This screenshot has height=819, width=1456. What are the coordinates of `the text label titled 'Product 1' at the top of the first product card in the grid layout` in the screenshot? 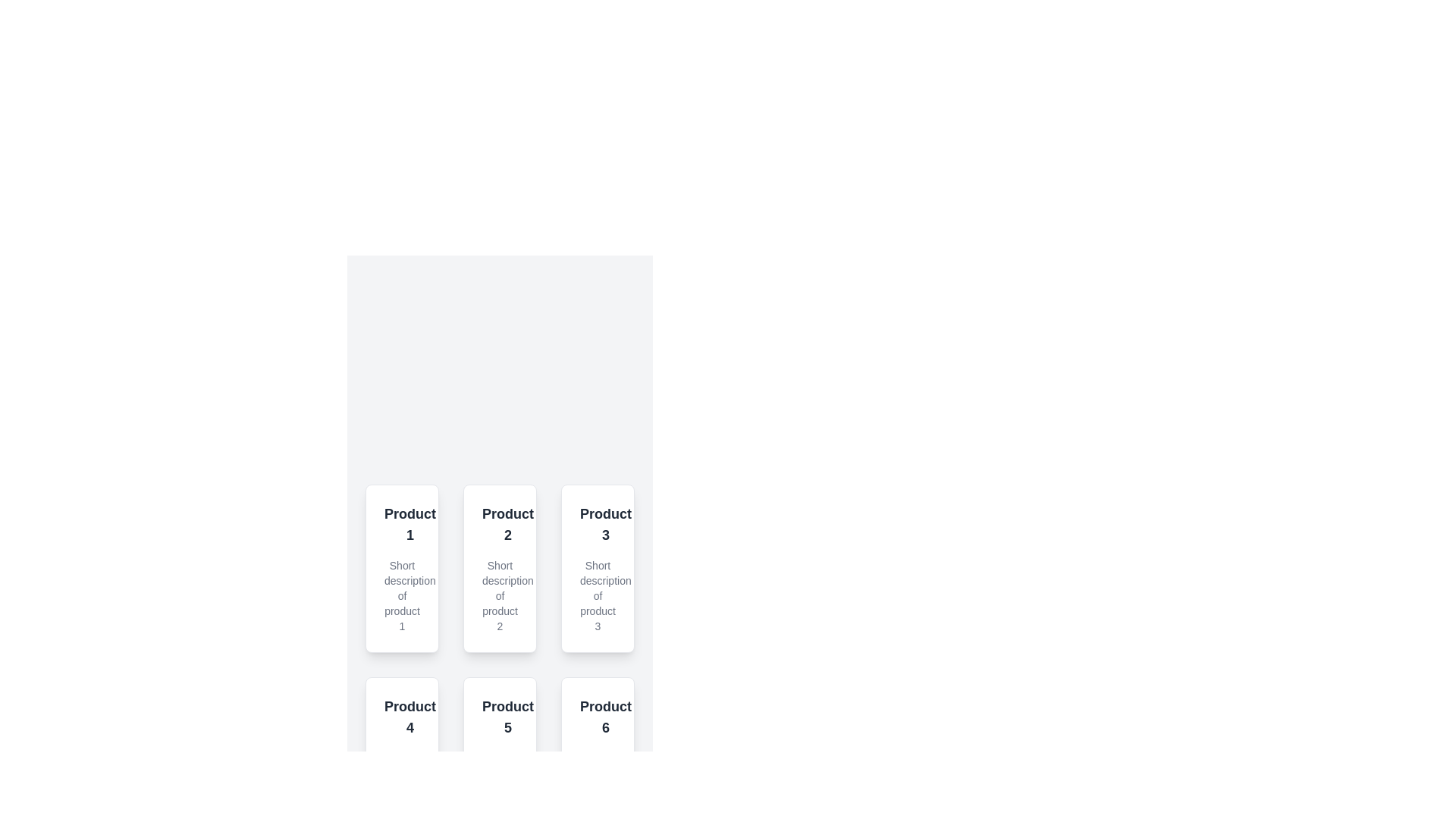 It's located at (402, 523).